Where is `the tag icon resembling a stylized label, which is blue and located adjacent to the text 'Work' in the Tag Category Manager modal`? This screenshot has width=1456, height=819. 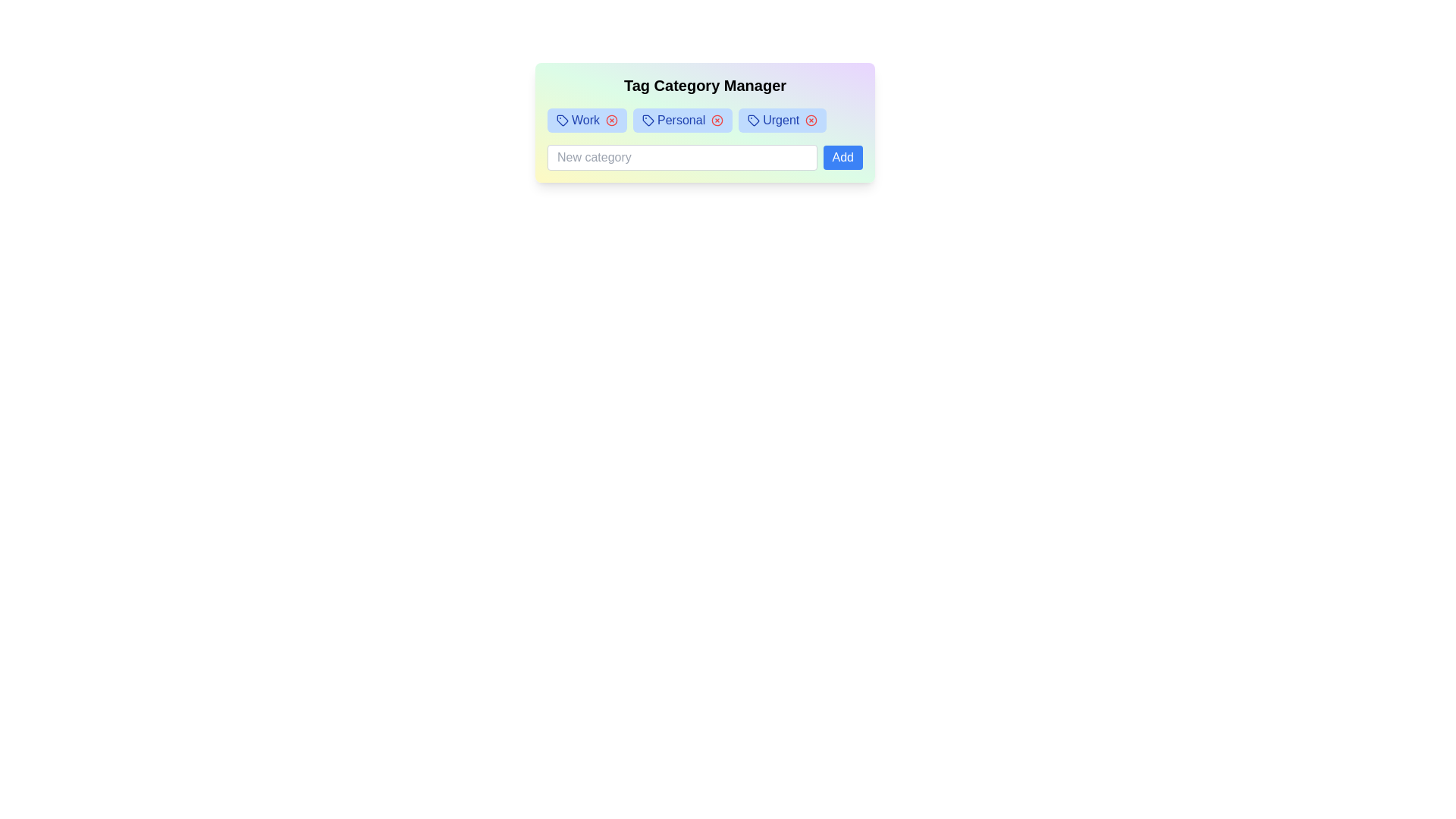
the tag icon resembling a stylized label, which is blue and located adjacent to the text 'Work' in the Tag Category Manager modal is located at coordinates (562, 119).